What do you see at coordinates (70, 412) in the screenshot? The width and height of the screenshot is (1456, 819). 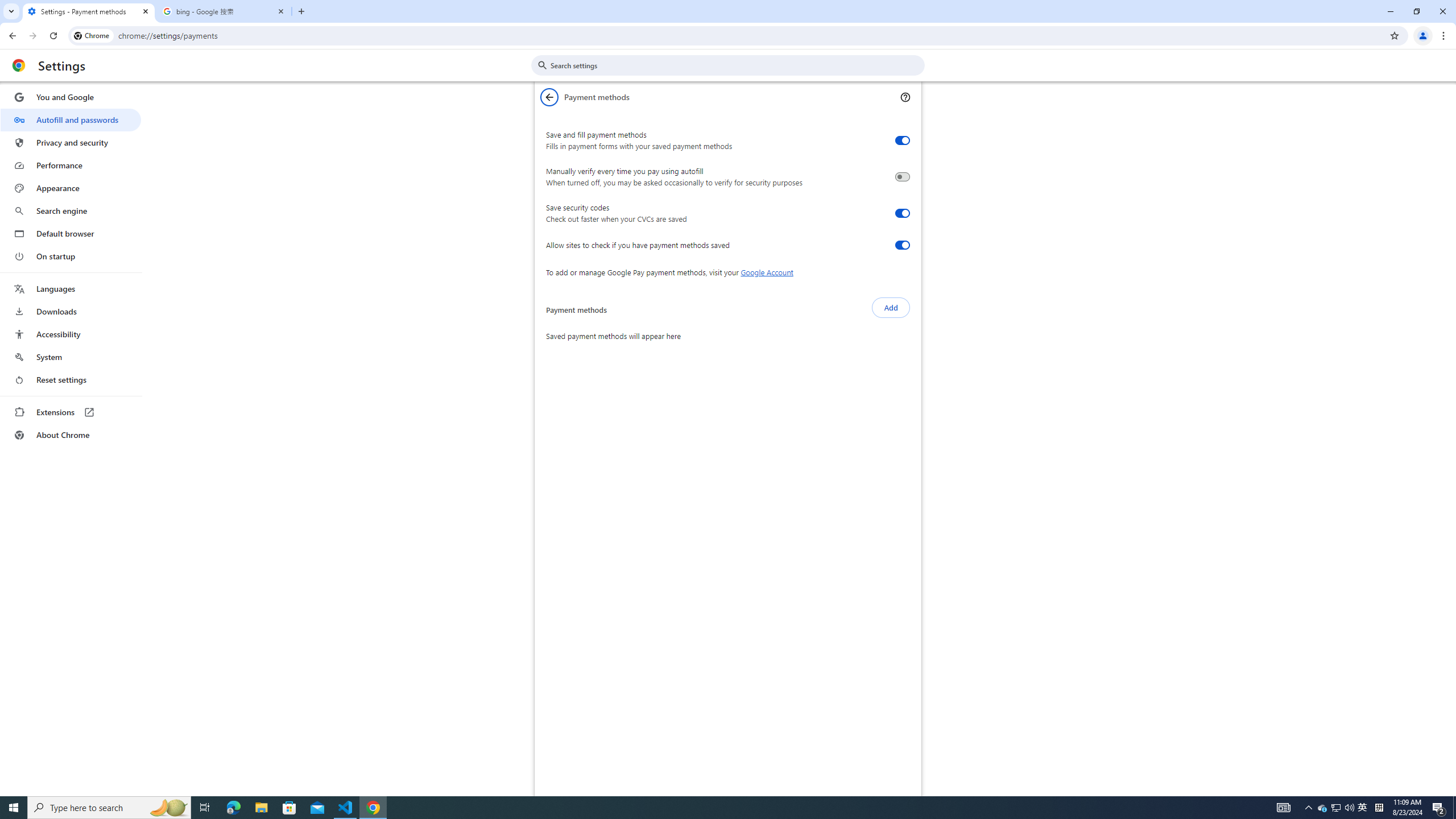 I see `'Extensions'` at bounding box center [70, 412].